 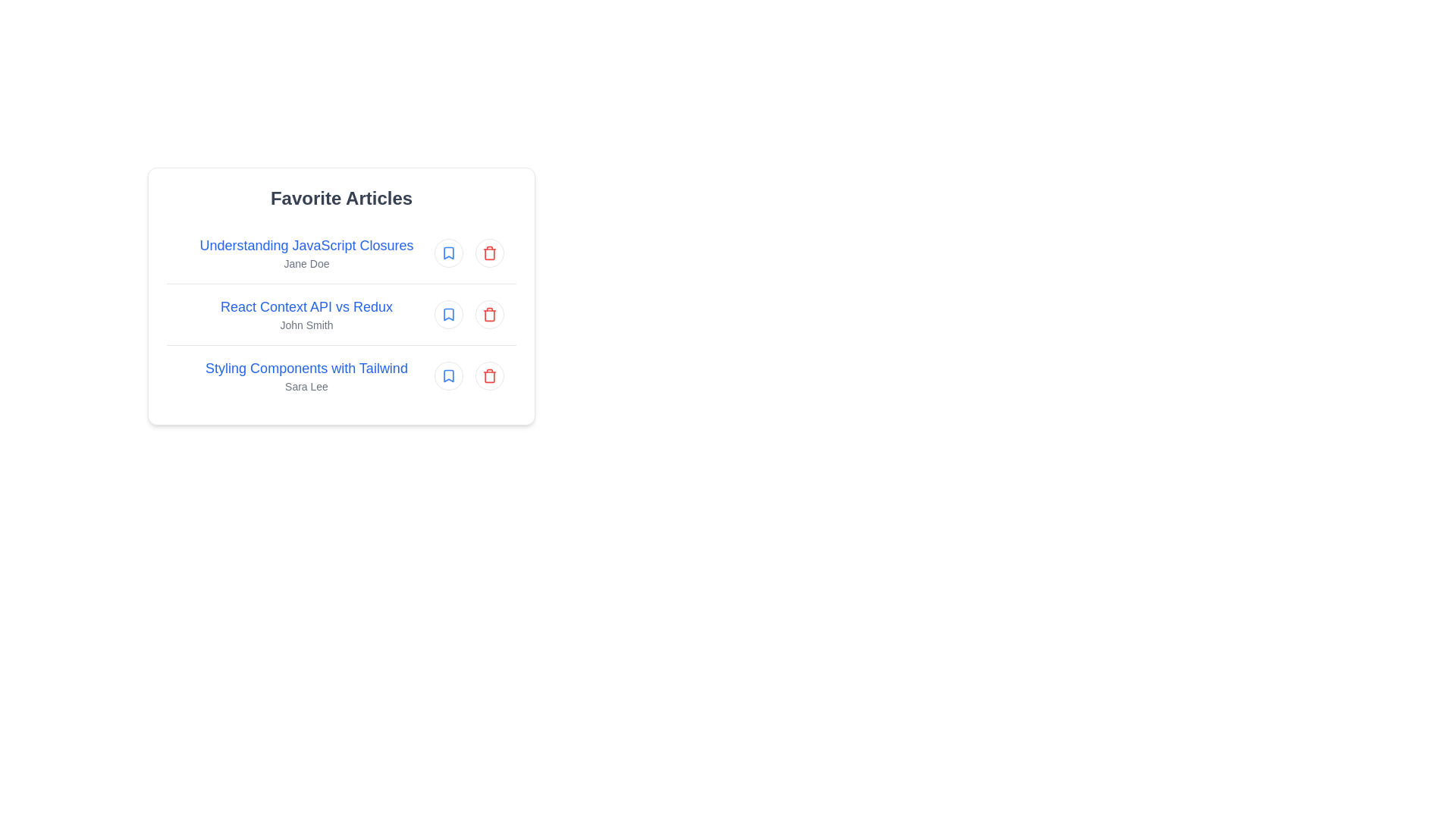 What do you see at coordinates (447, 314) in the screenshot?
I see `the Bookmark icon for the article titled 'React Context API vs Redux'` at bounding box center [447, 314].